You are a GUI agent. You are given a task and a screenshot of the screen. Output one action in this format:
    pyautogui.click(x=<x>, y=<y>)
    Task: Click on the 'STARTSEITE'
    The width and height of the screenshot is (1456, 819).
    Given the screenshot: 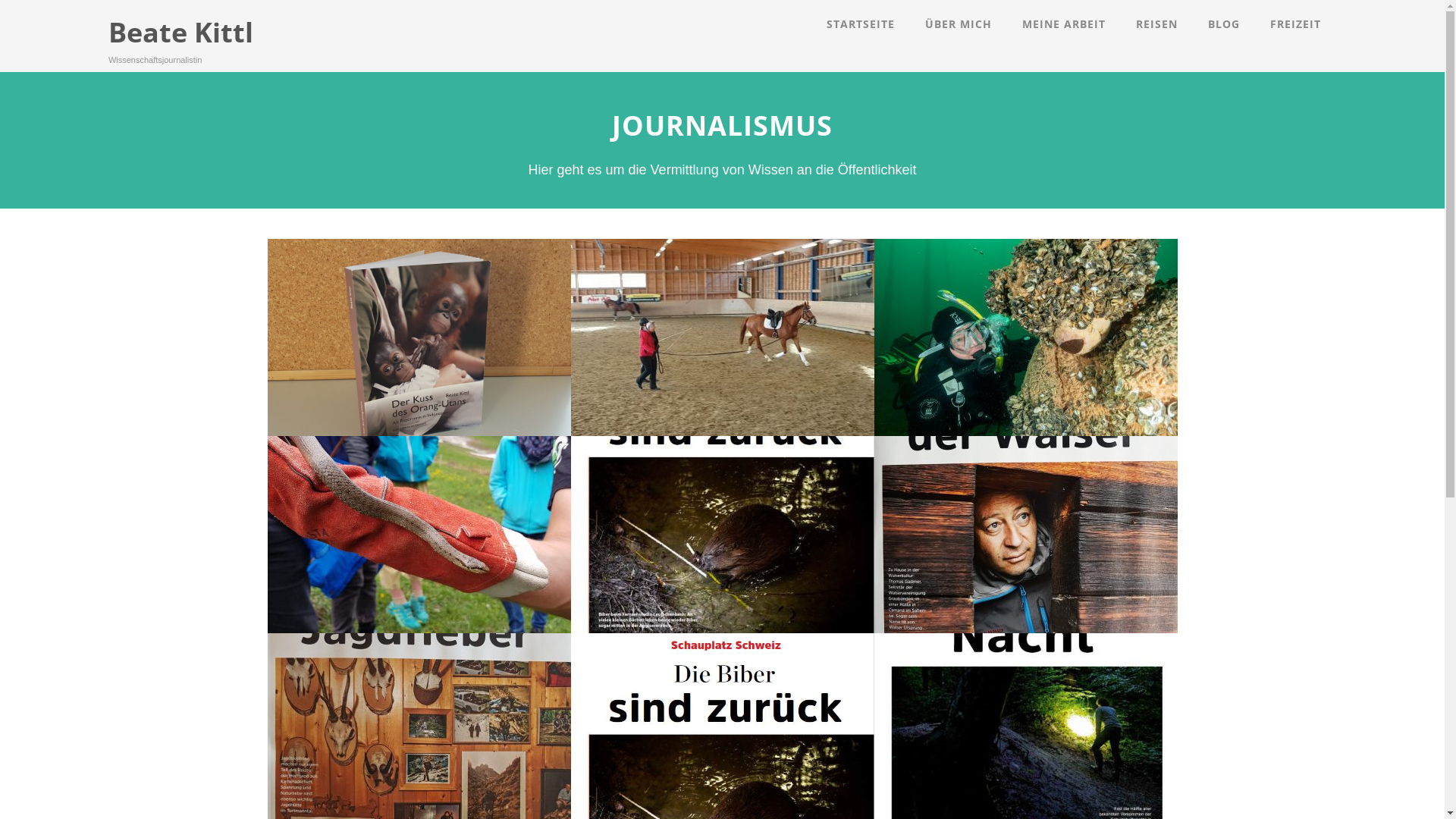 What is the action you would take?
    pyautogui.click(x=860, y=24)
    